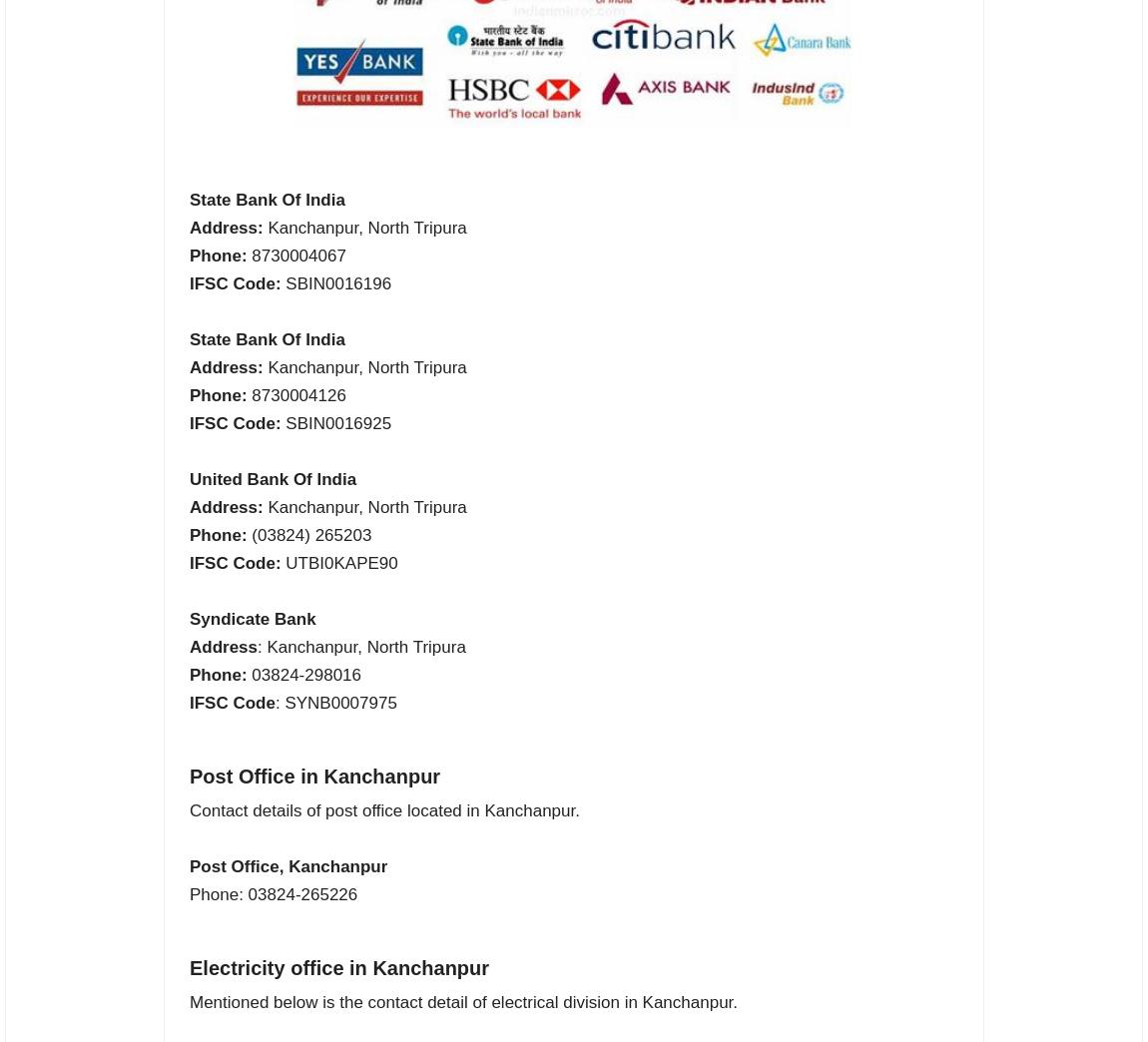  I want to click on 'Post Office in Kanchanpur', so click(314, 776).